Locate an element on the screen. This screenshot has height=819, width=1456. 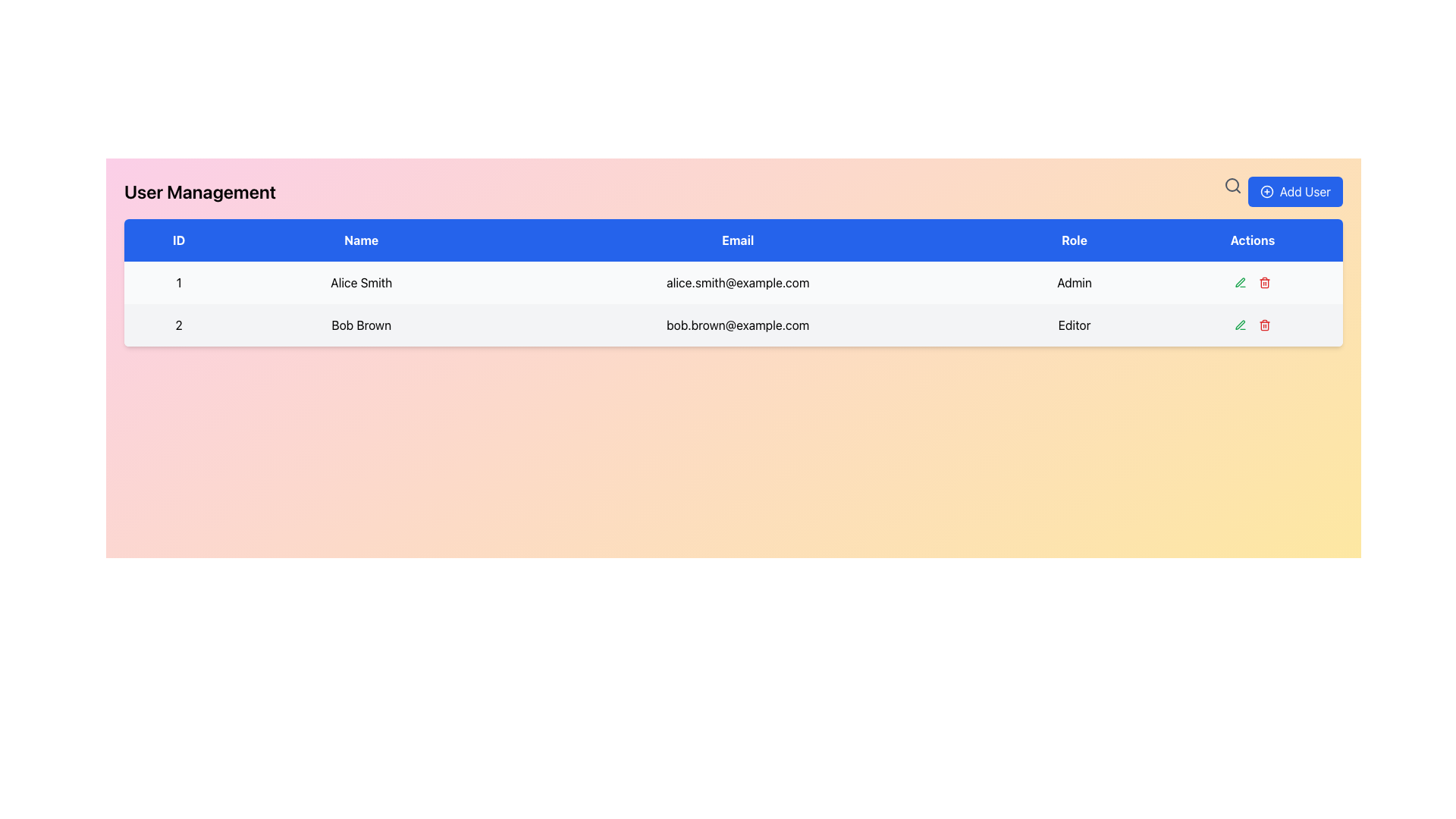
text 'ID' from the table header cell that indicates the ID column, located at the top-left area of the table is located at coordinates (179, 239).